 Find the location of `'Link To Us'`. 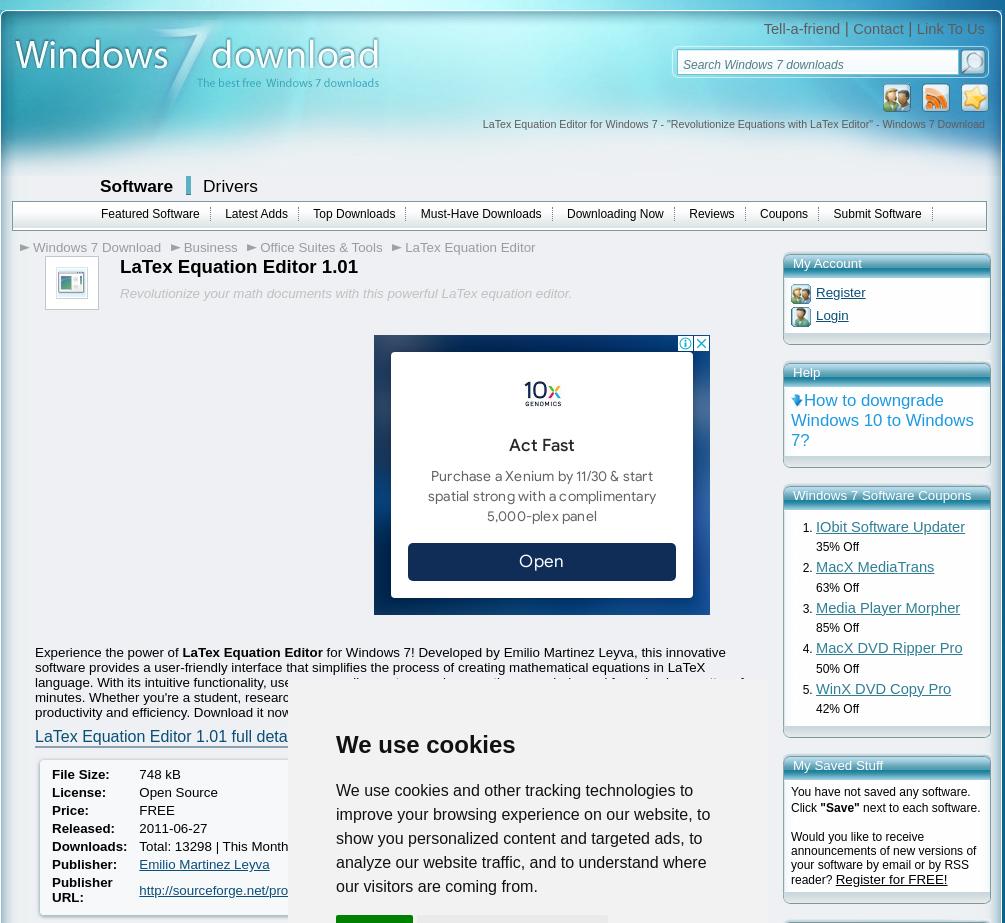

'Link To Us' is located at coordinates (949, 28).